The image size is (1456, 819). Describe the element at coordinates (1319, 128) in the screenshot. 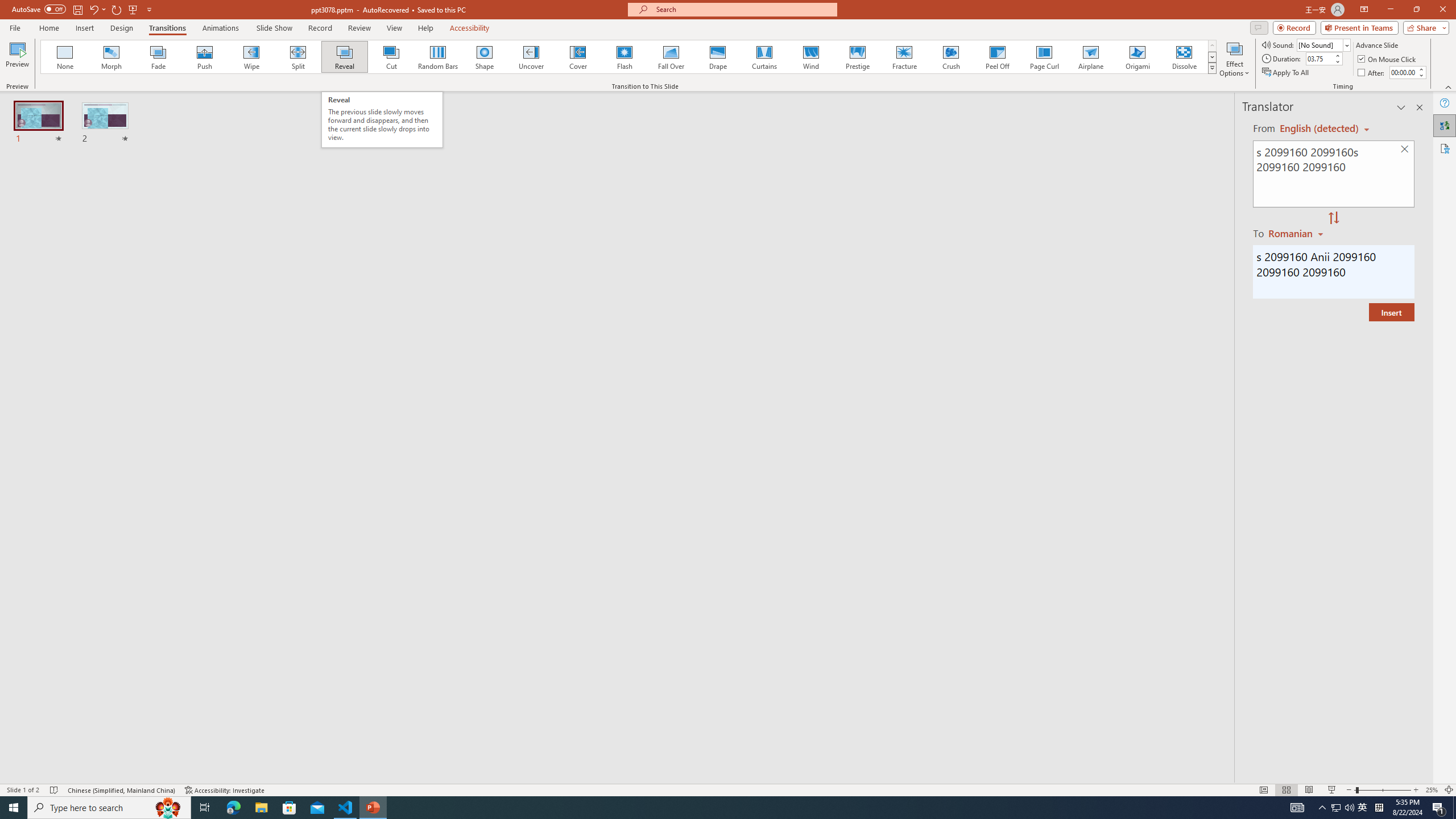

I see `'Czech (detected)'` at that location.